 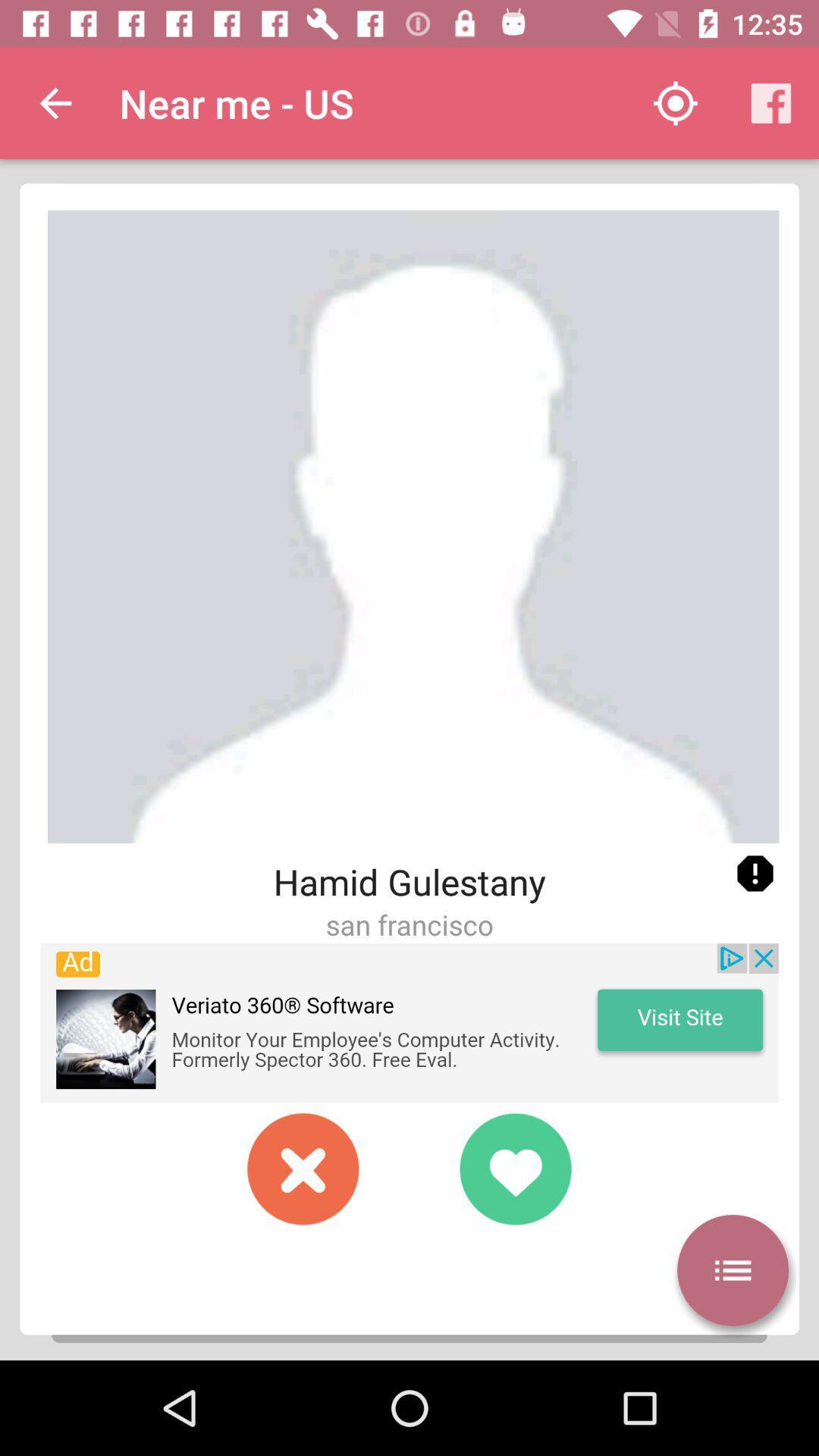 I want to click on report the user, so click(x=755, y=874).